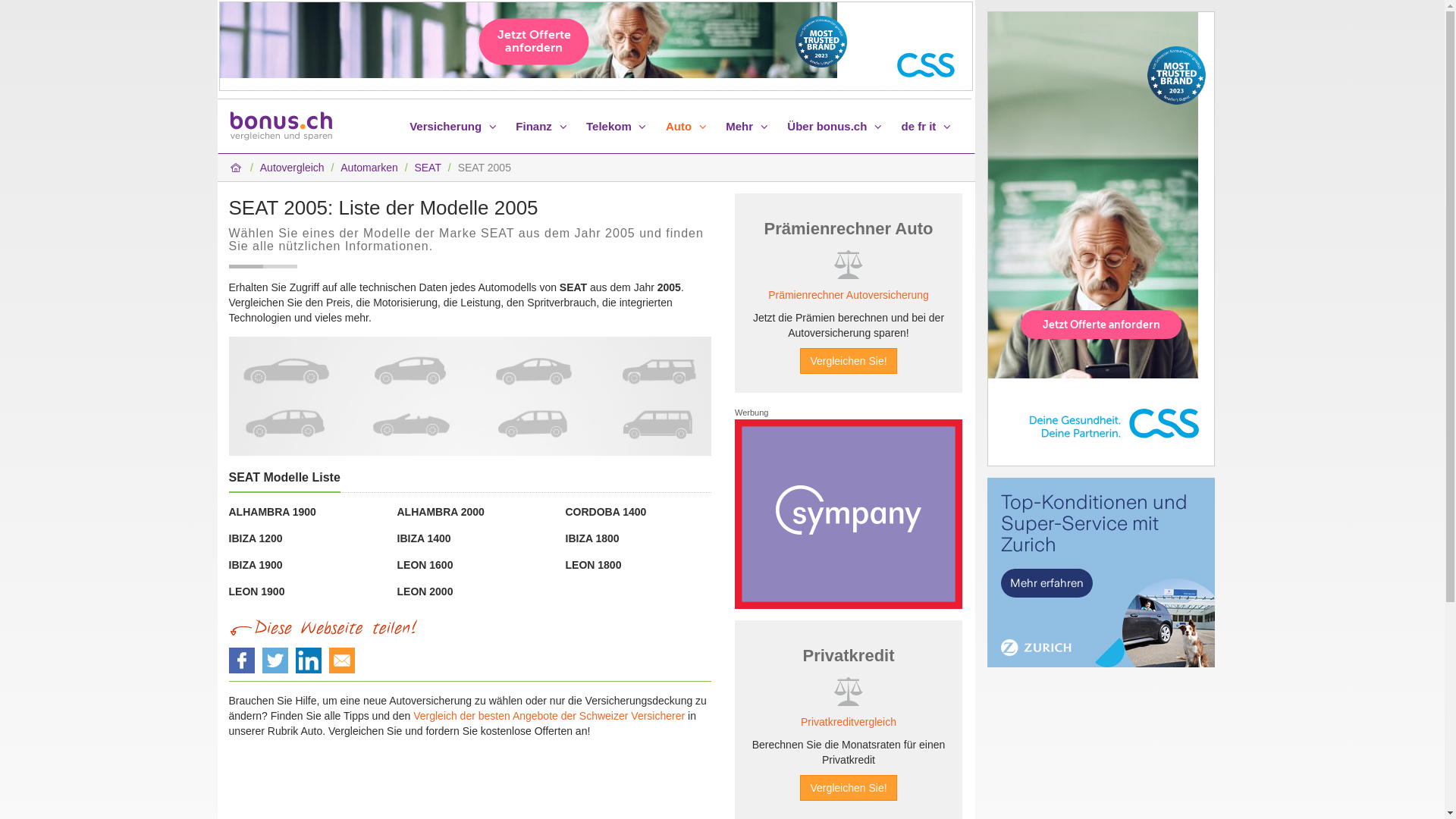 The image size is (1456, 819). Describe the element at coordinates (548, 716) in the screenshot. I see `'Vergleich der besten Angebote der Schweizer Versicherer'` at that location.